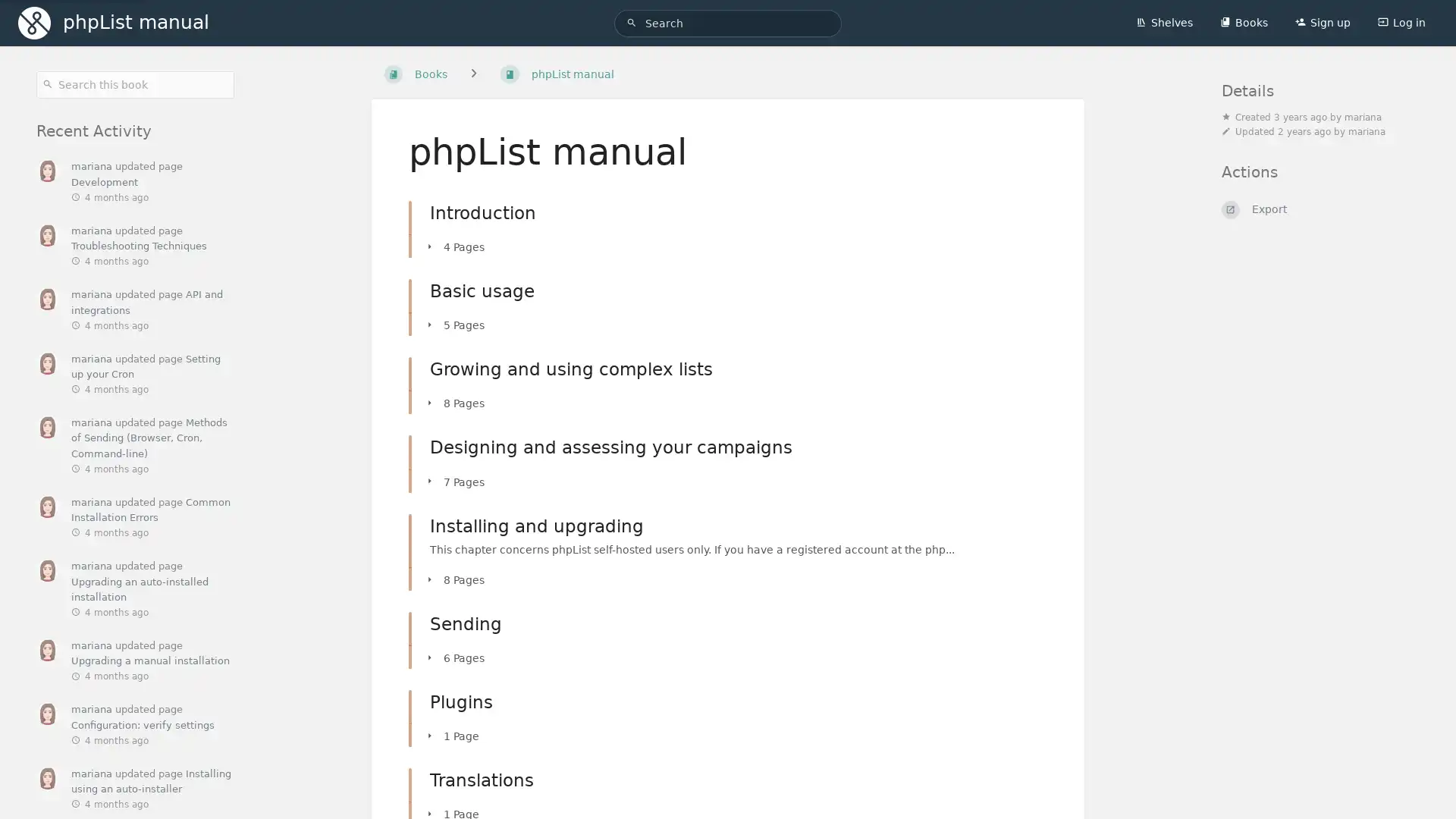 This screenshot has height=819, width=1456. I want to click on 8 Pages, so click(728, 401).